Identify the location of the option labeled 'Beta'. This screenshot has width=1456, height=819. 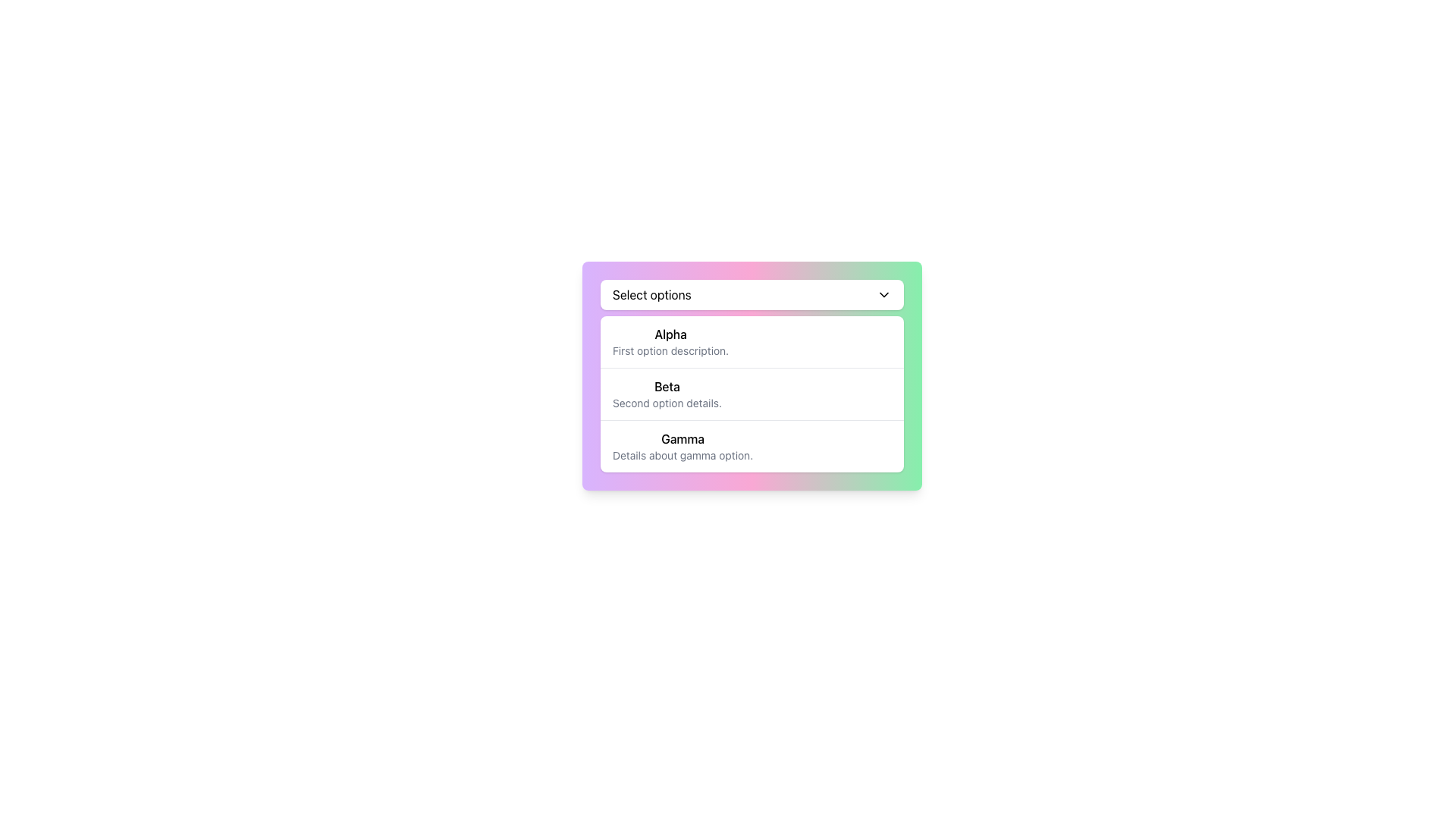
(667, 385).